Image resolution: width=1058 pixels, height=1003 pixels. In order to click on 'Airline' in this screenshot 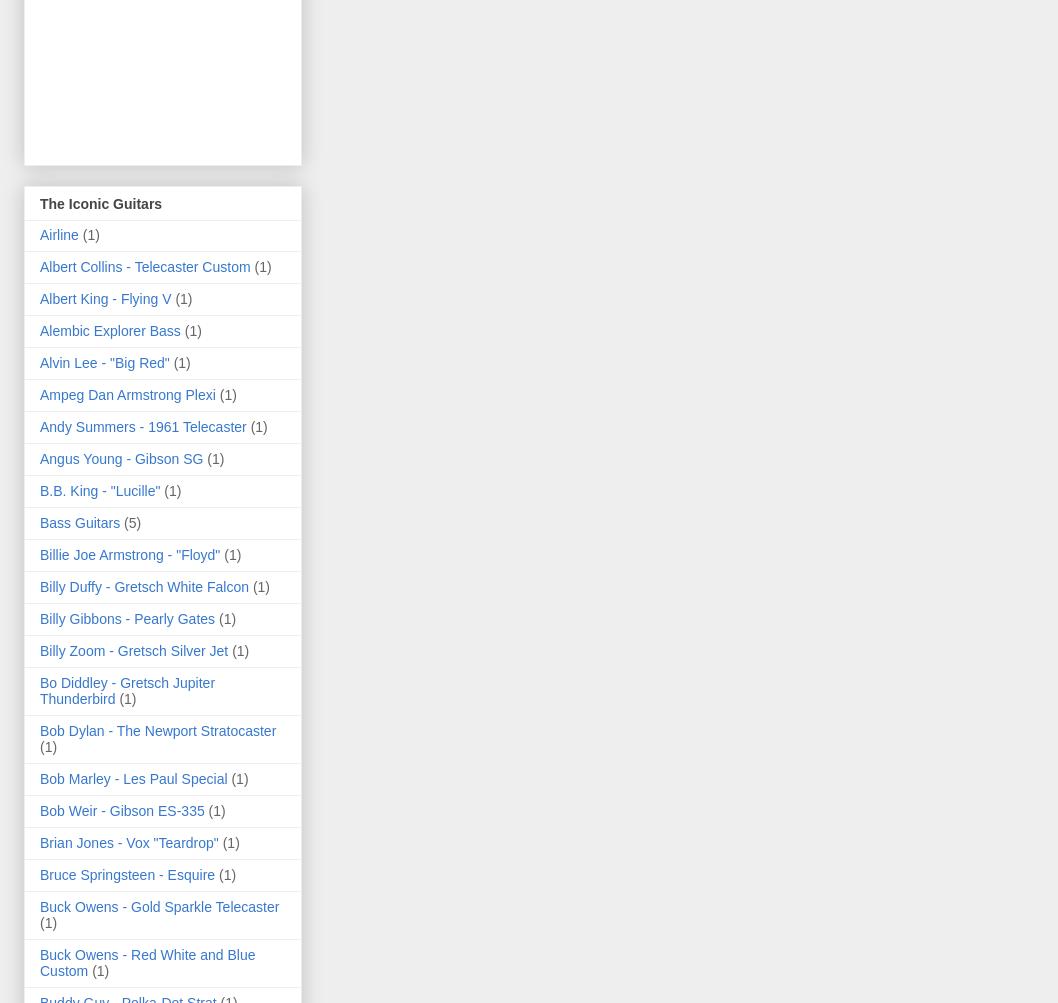, I will do `click(59, 233)`.